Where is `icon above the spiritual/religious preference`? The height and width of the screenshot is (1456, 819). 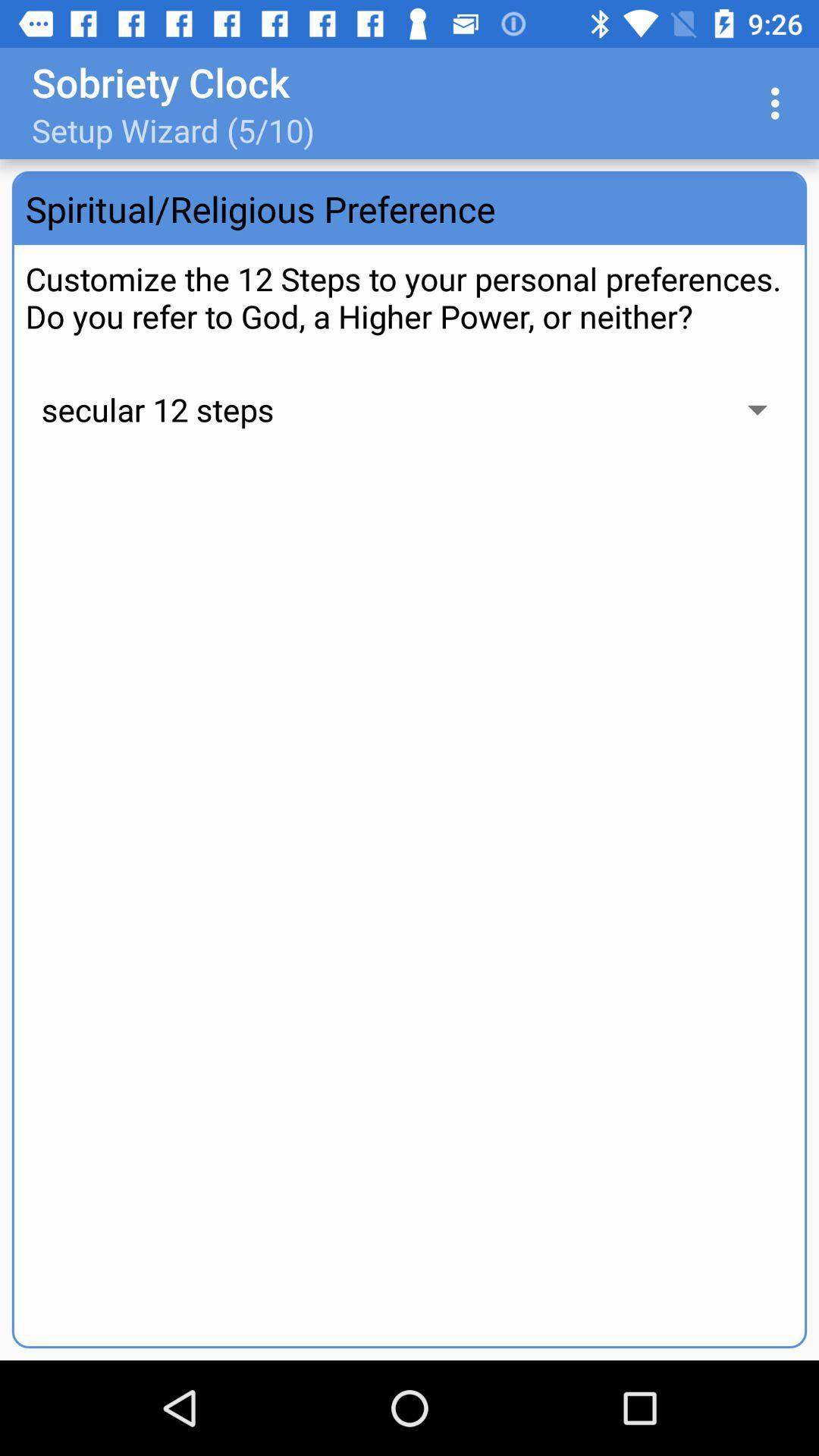 icon above the spiritual/religious preference is located at coordinates (779, 102).